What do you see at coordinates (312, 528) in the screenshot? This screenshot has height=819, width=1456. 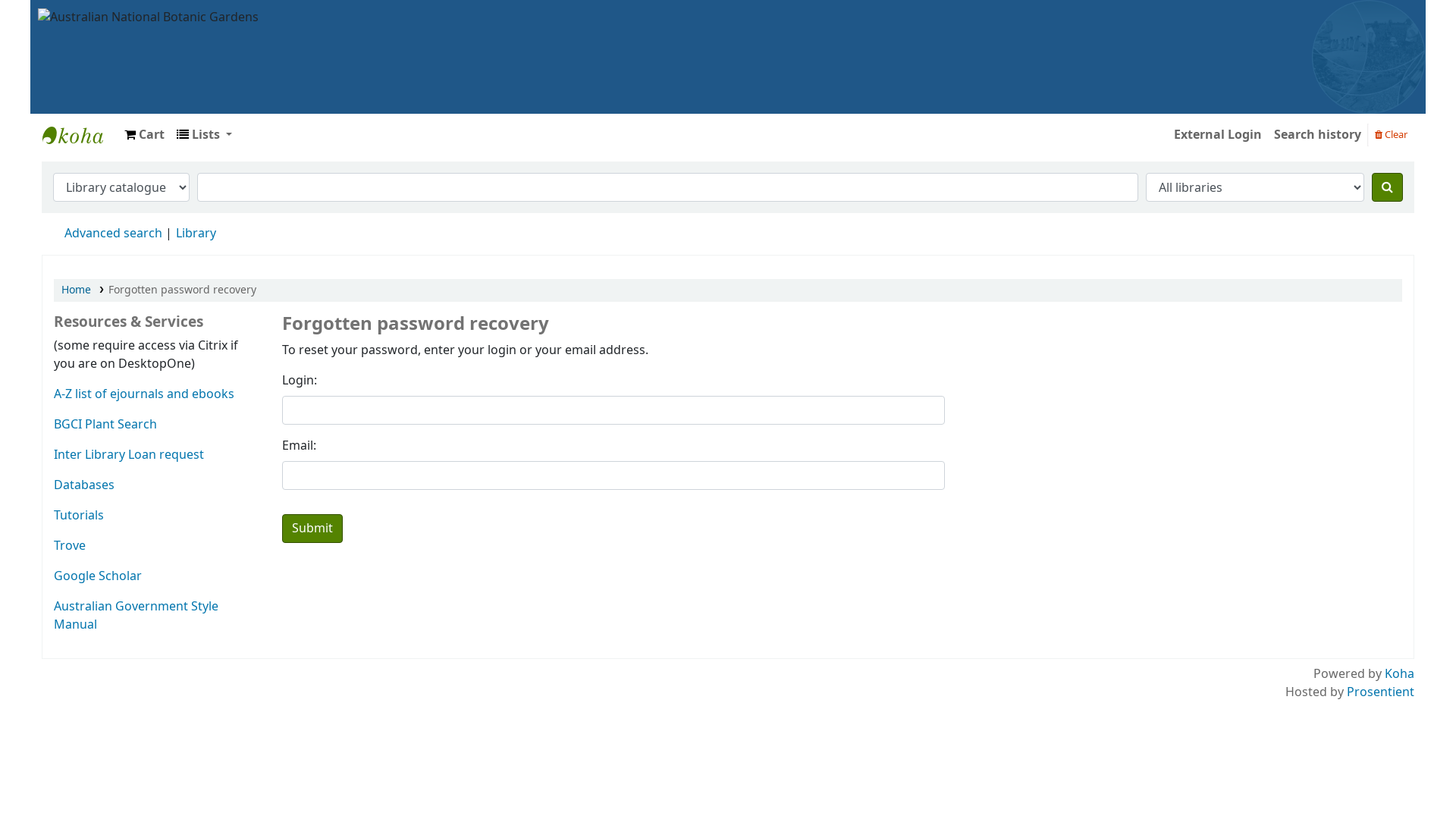 I see `'Submit'` at bounding box center [312, 528].